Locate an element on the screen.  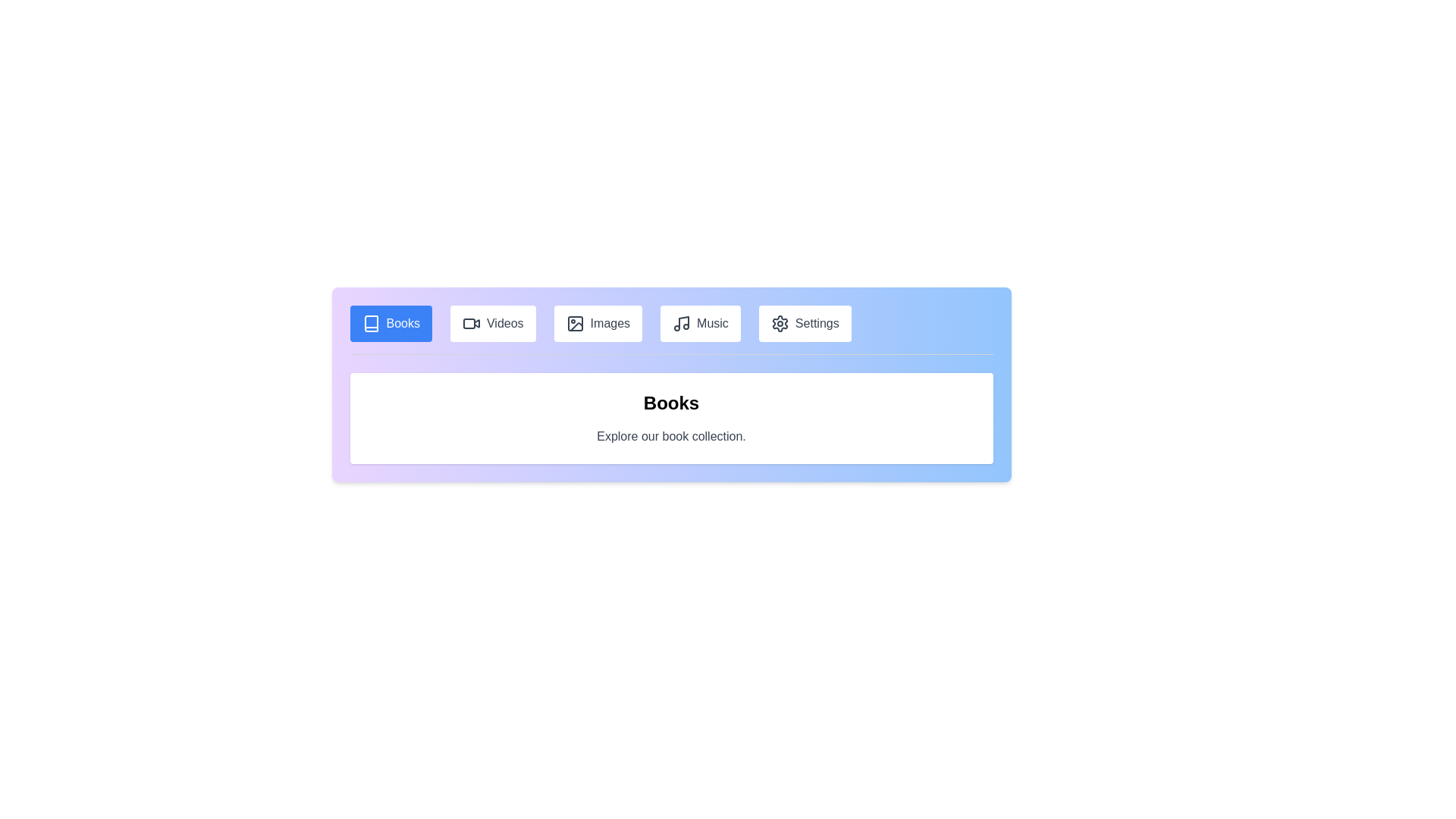
the description text 'Explore our book collection.' is located at coordinates (670, 436).